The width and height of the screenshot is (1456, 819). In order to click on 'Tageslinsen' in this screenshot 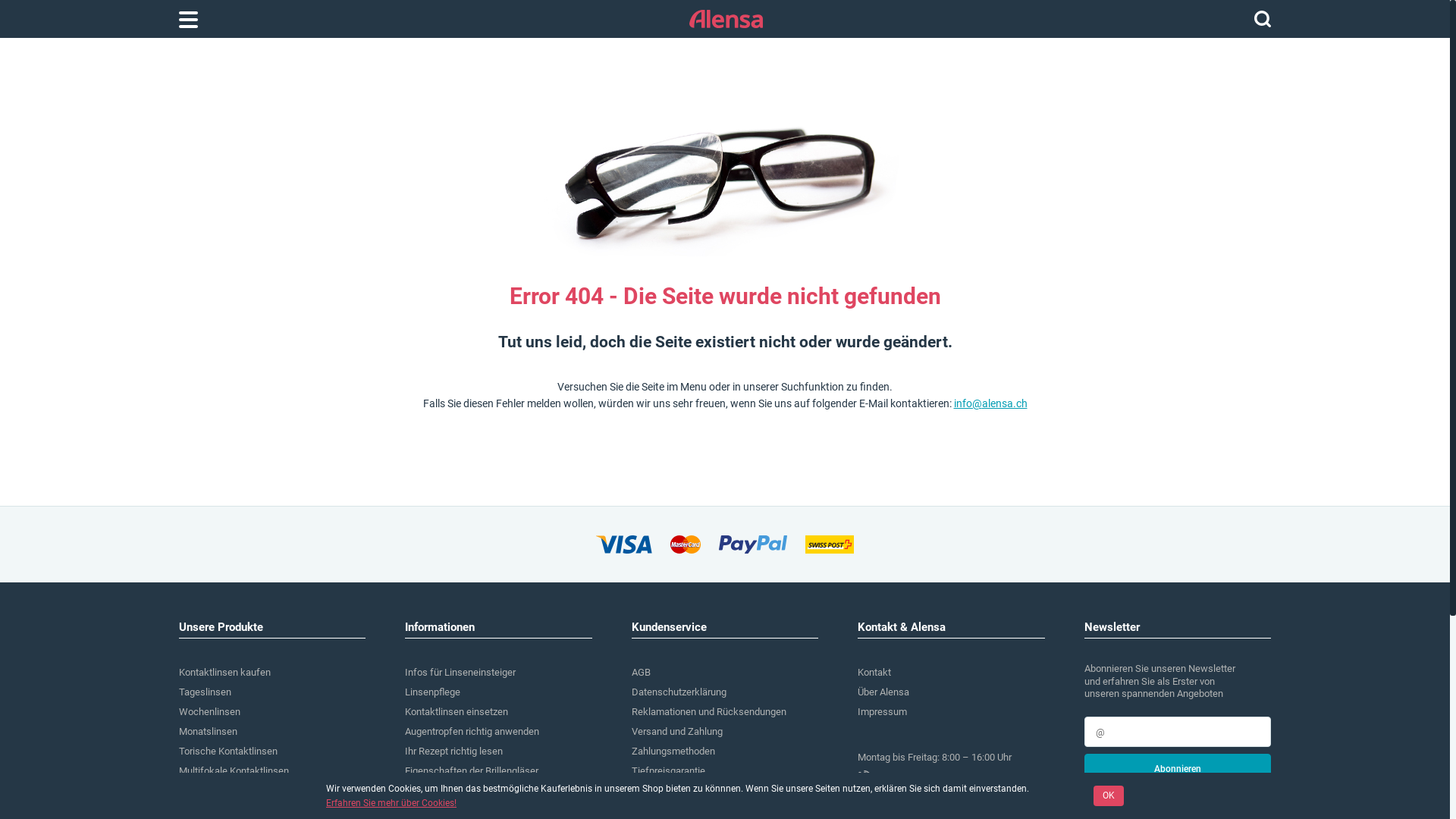, I will do `click(204, 692)`.